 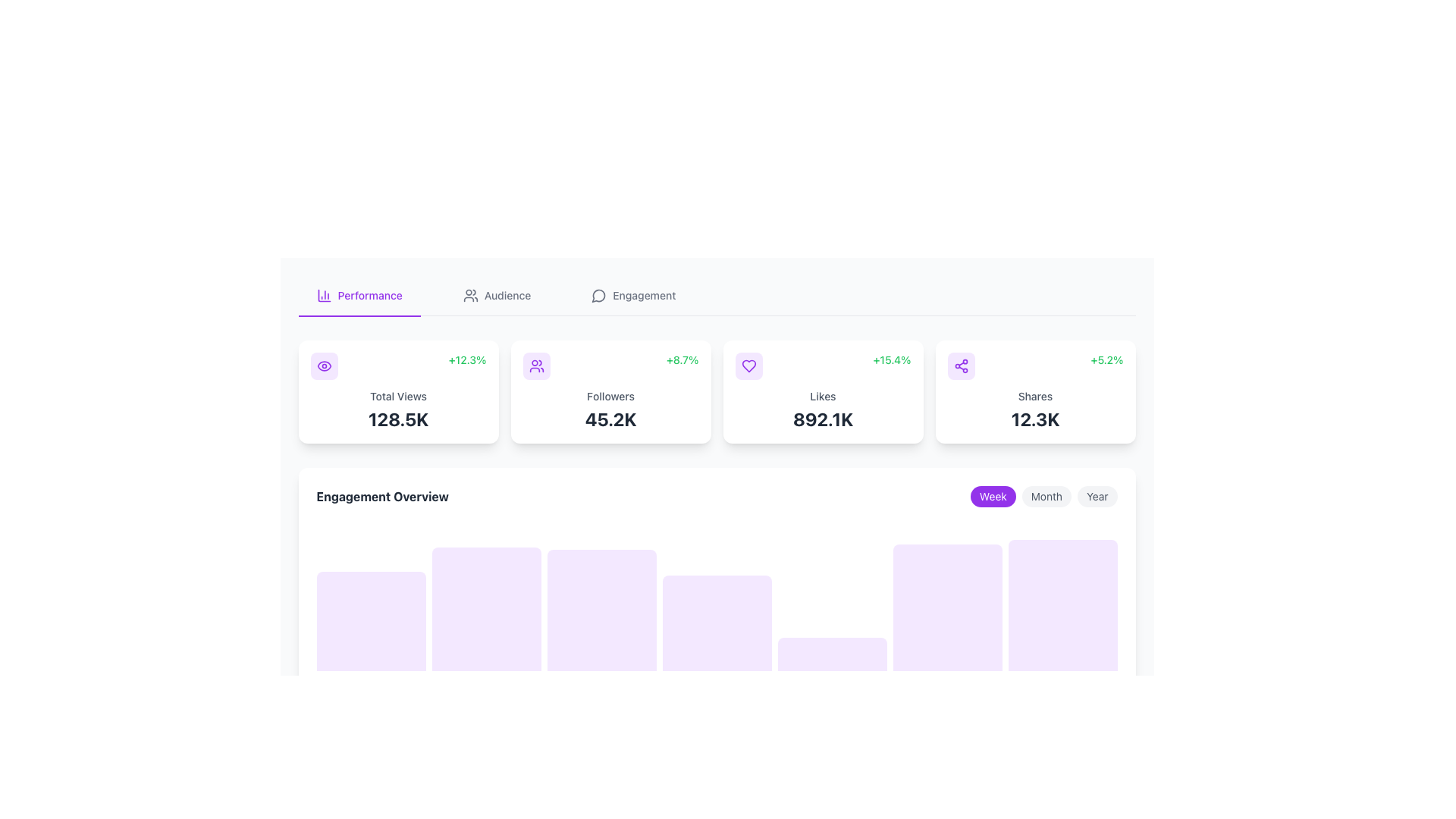 What do you see at coordinates (323, 366) in the screenshot?
I see `the decorative icon in the top-left corner of the performance overview section, which symbolizes 'views' or 'eye count'` at bounding box center [323, 366].